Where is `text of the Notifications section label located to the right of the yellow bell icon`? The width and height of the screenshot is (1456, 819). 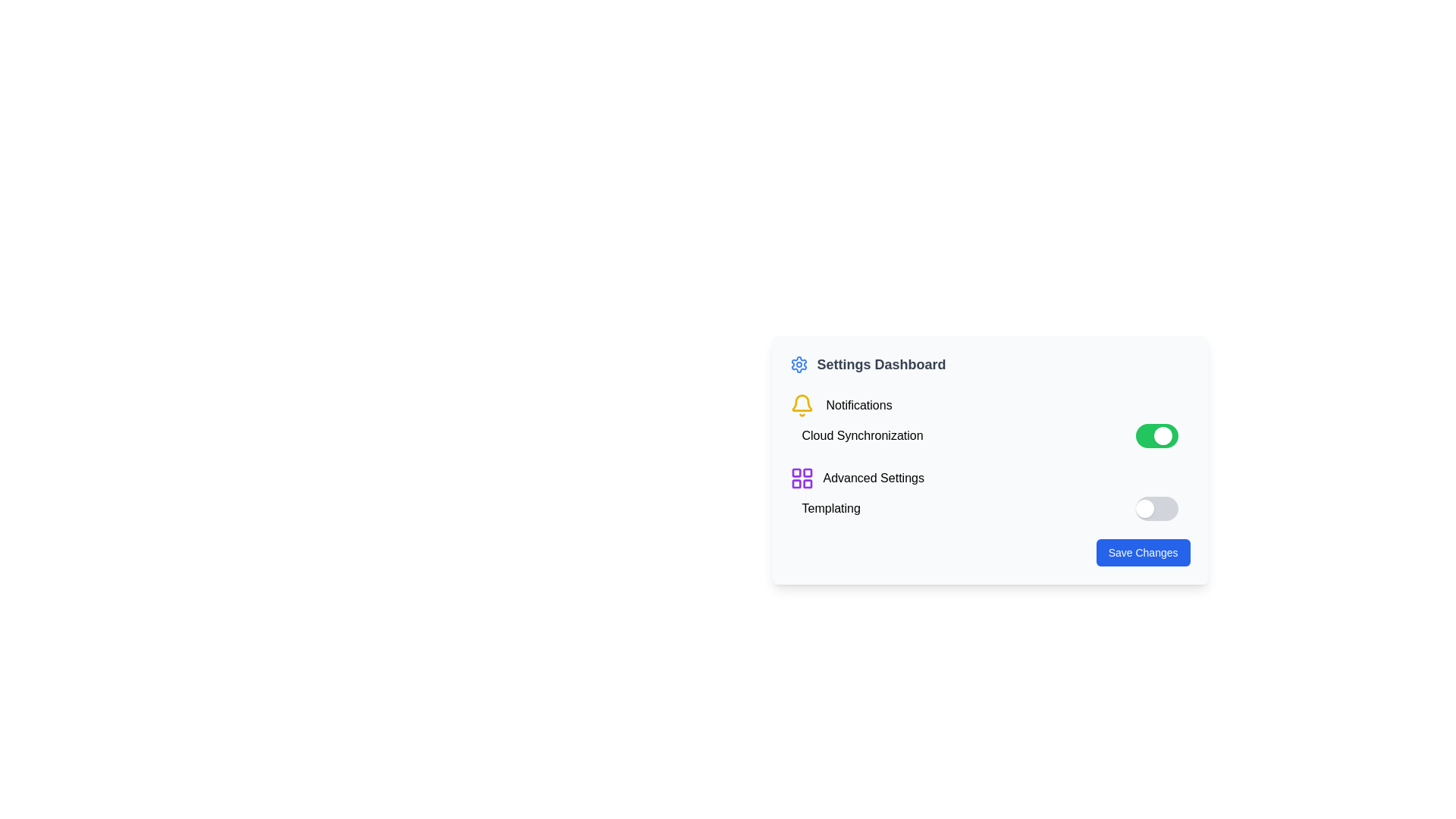
text of the Notifications section label located to the right of the yellow bell icon is located at coordinates (858, 405).